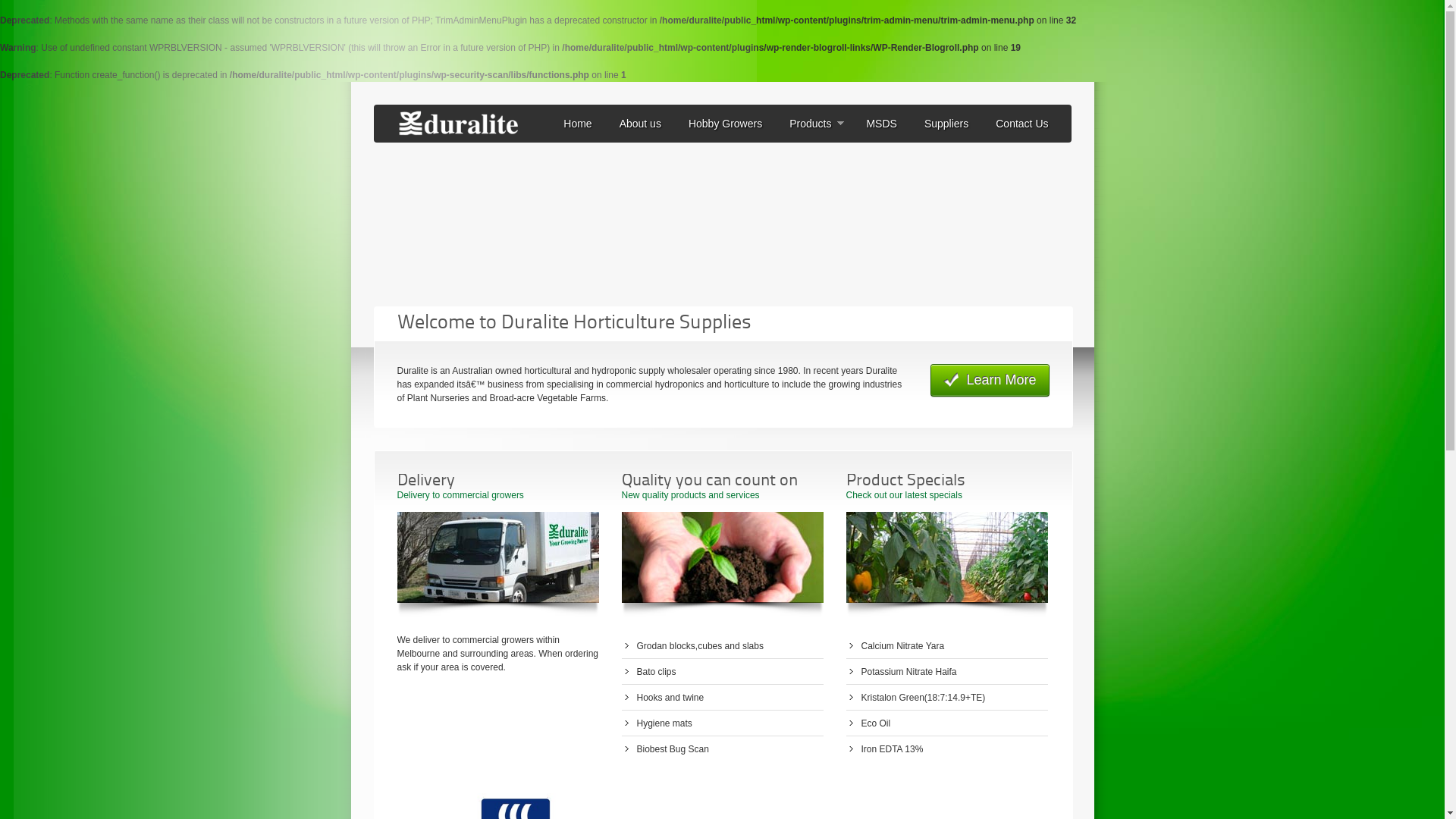 Image resolution: width=1456 pixels, height=819 pixels. What do you see at coordinates (946, 122) in the screenshot?
I see `'Suppliers'` at bounding box center [946, 122].